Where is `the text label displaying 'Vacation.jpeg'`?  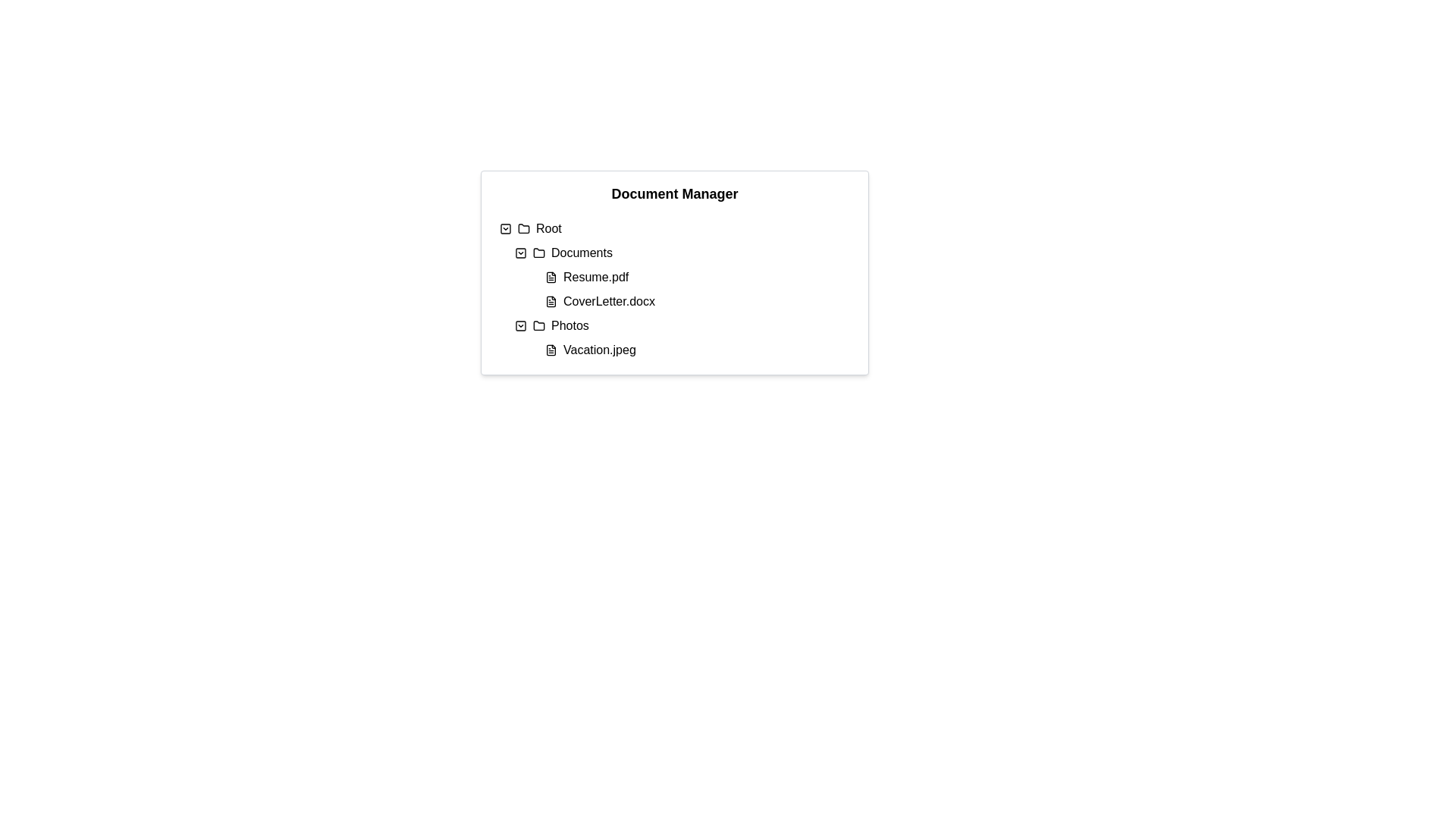
the text label displaying 'Vacation.jpeg' is located at coordinates (598, 350).